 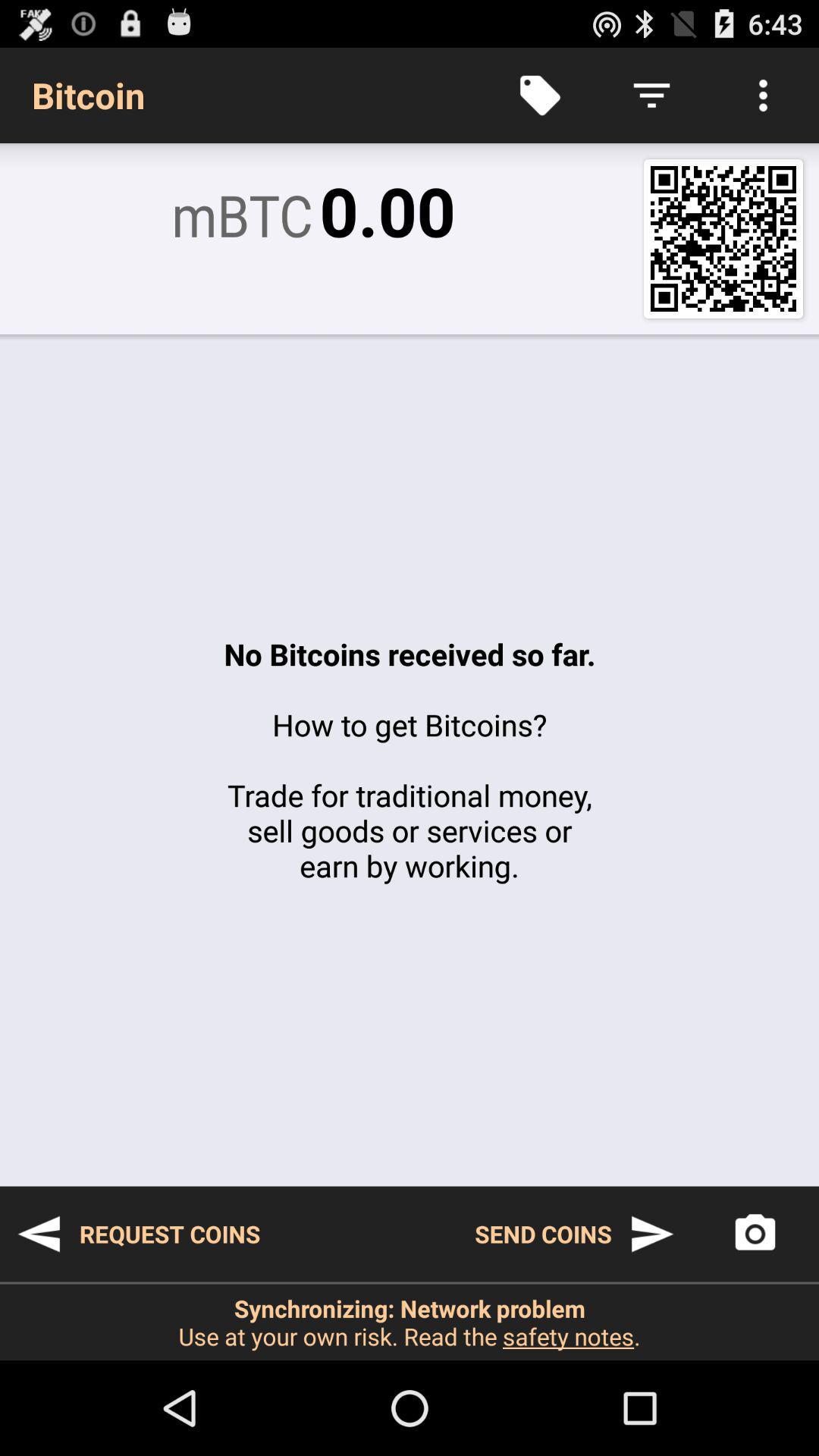 I want to click on the app above synchronizing network problem item, so click(x=138, y=1234).